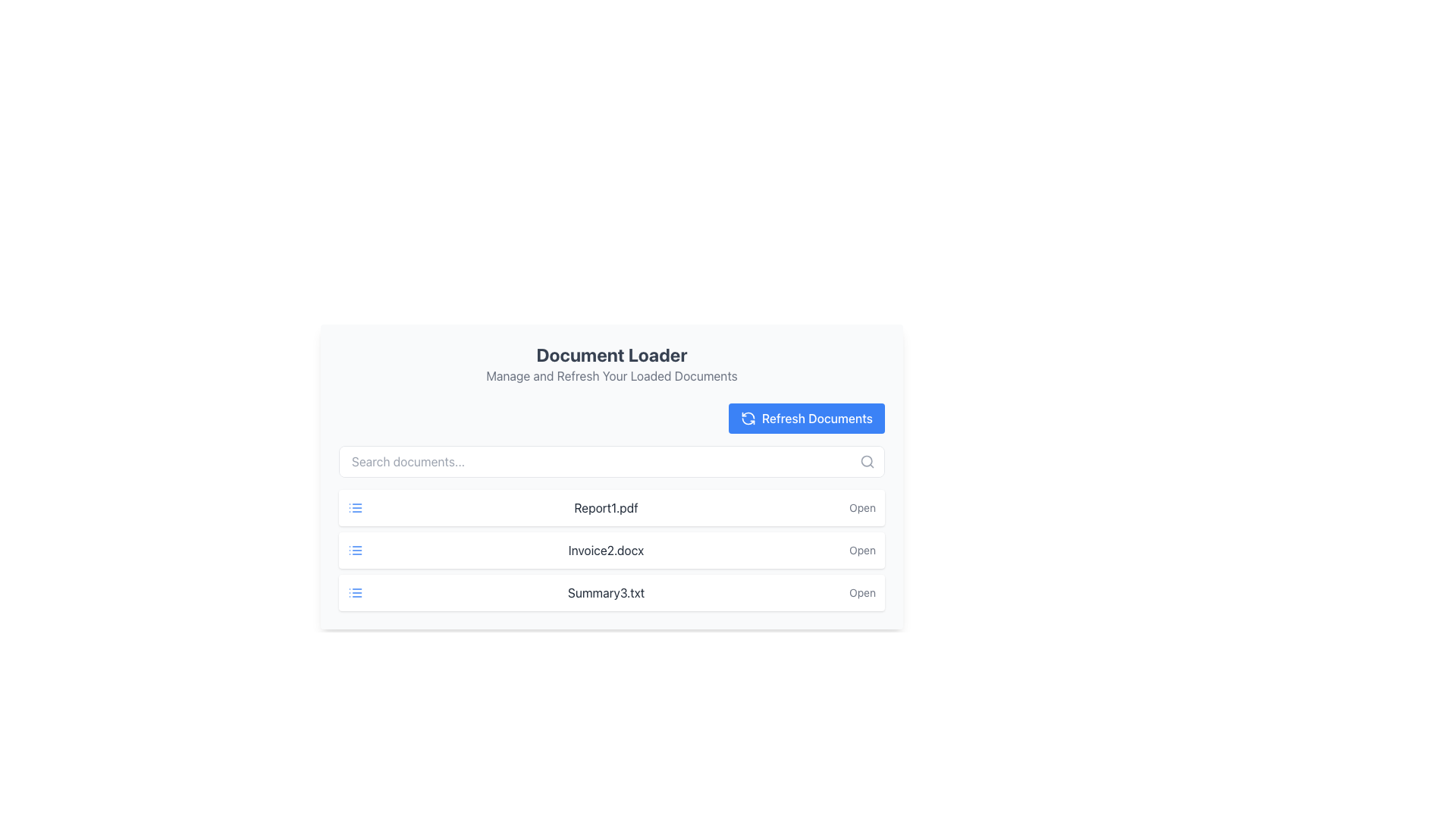 This screenshot has height=819, width=1456. I want to click on the text block titled 'Document Loader', which contains a subtitle 'Manage and Refresh Your Loaded Documents', located at the top section of the panel, so click(611, 363).